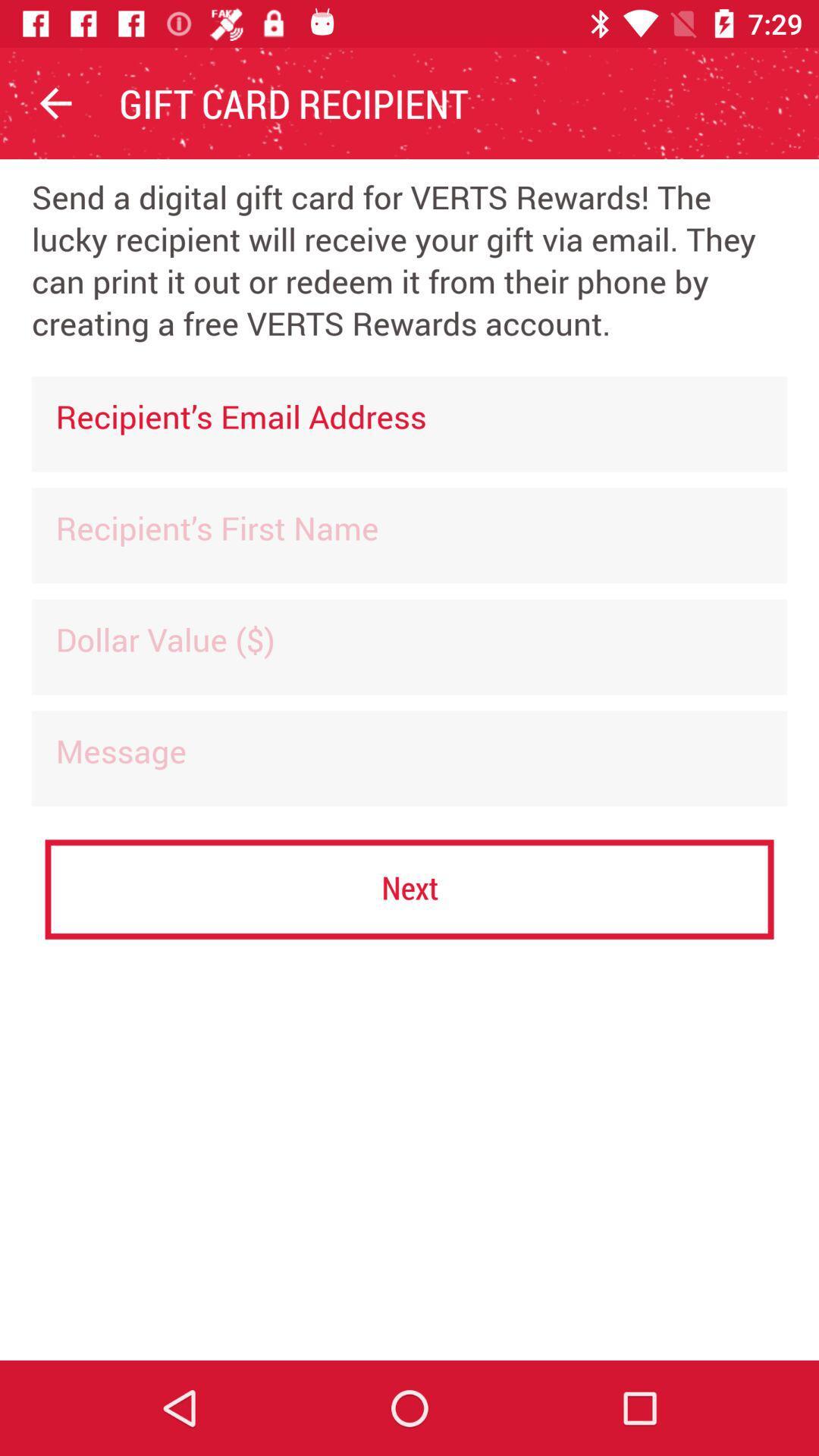 Image resolution: width=819 pixels, height=1456 pixels. Describe the element at coordinates (55, 102) in the screenshot. I see `the icon above the send a digital item` at that location.